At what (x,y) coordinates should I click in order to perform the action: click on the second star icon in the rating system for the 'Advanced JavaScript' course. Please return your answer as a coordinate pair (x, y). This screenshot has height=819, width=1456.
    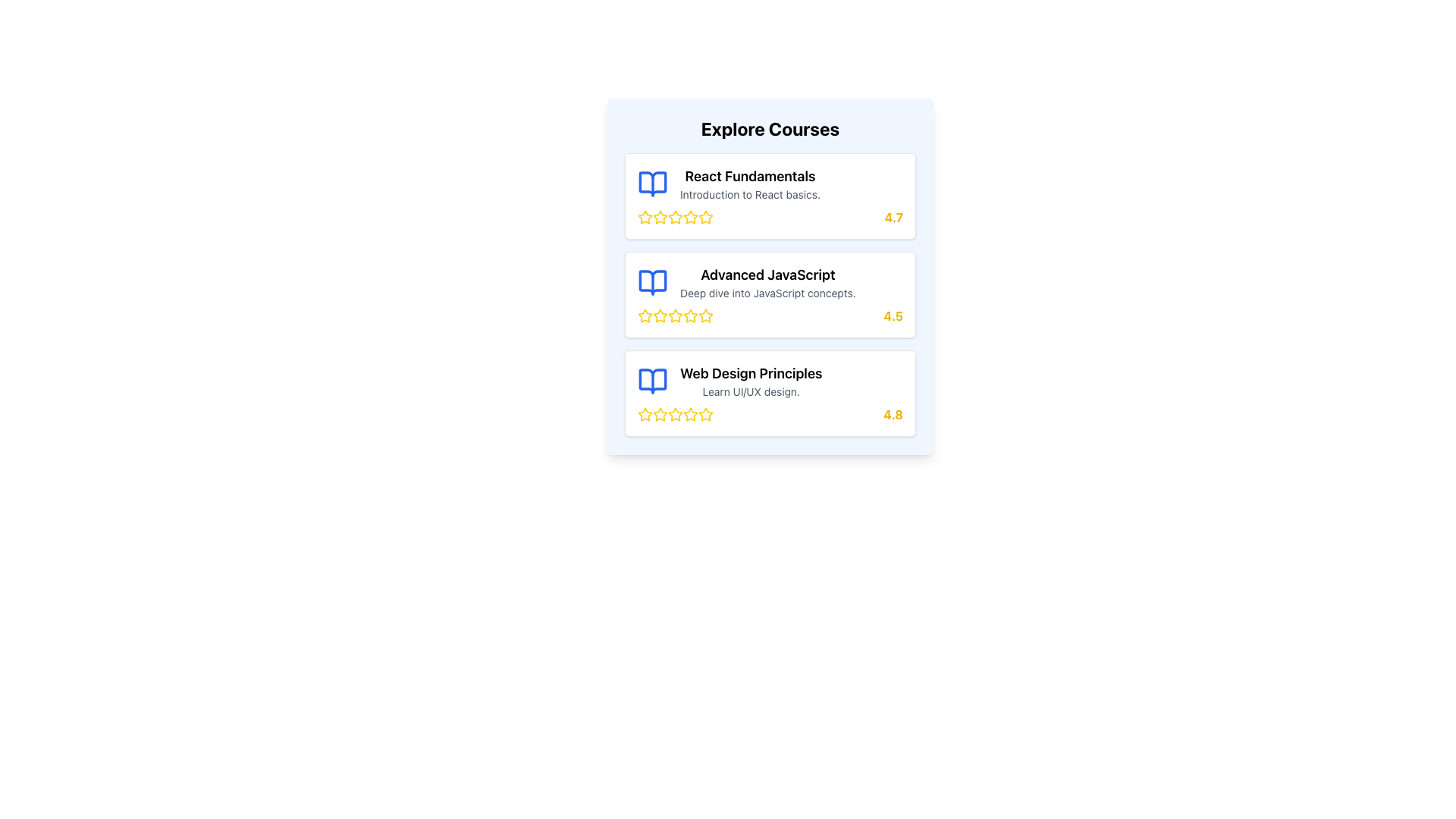
    Looking at the image, I should click on (659, 315).